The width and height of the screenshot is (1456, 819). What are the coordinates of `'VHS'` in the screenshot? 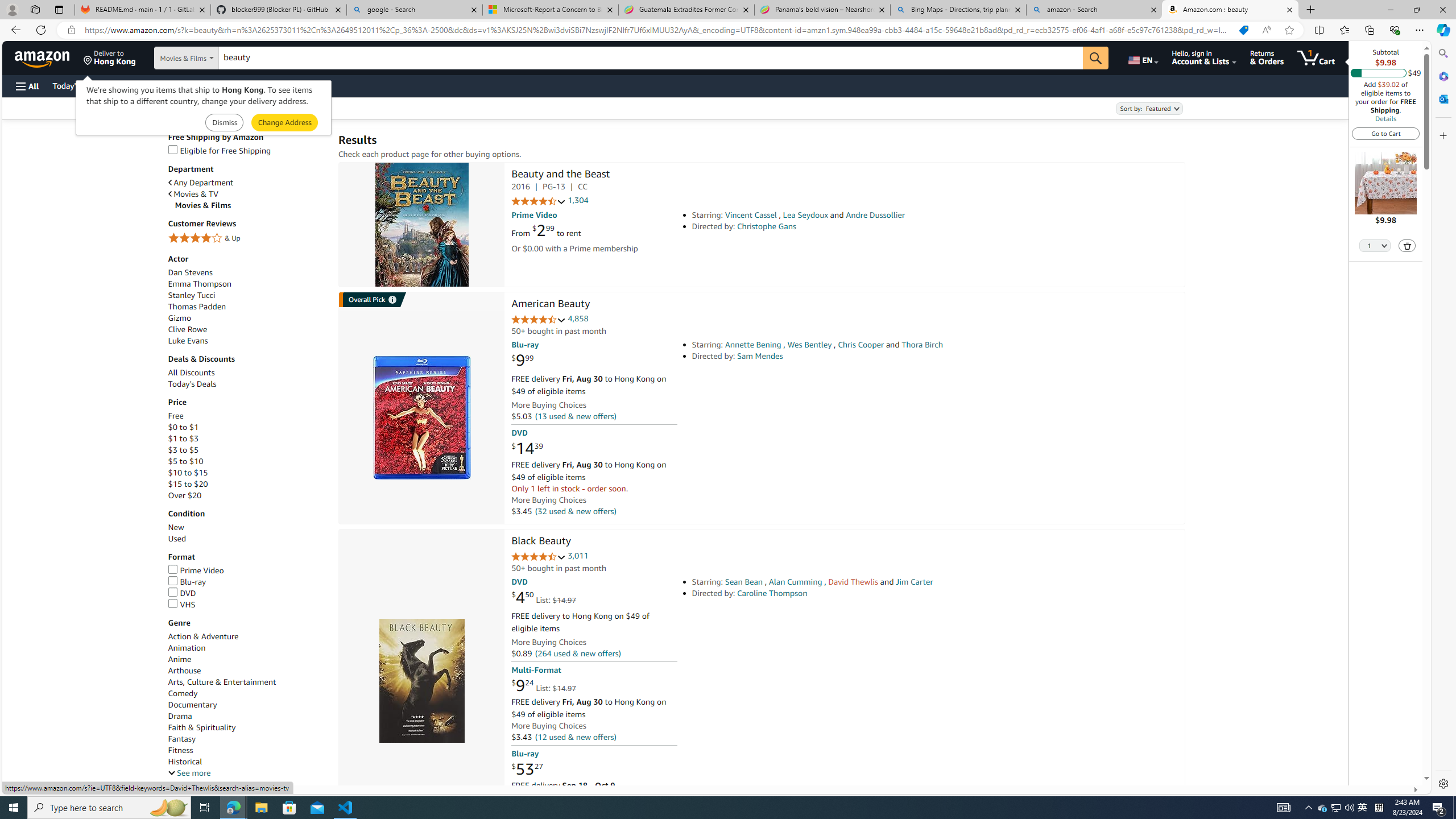 It's located at (180, 603).